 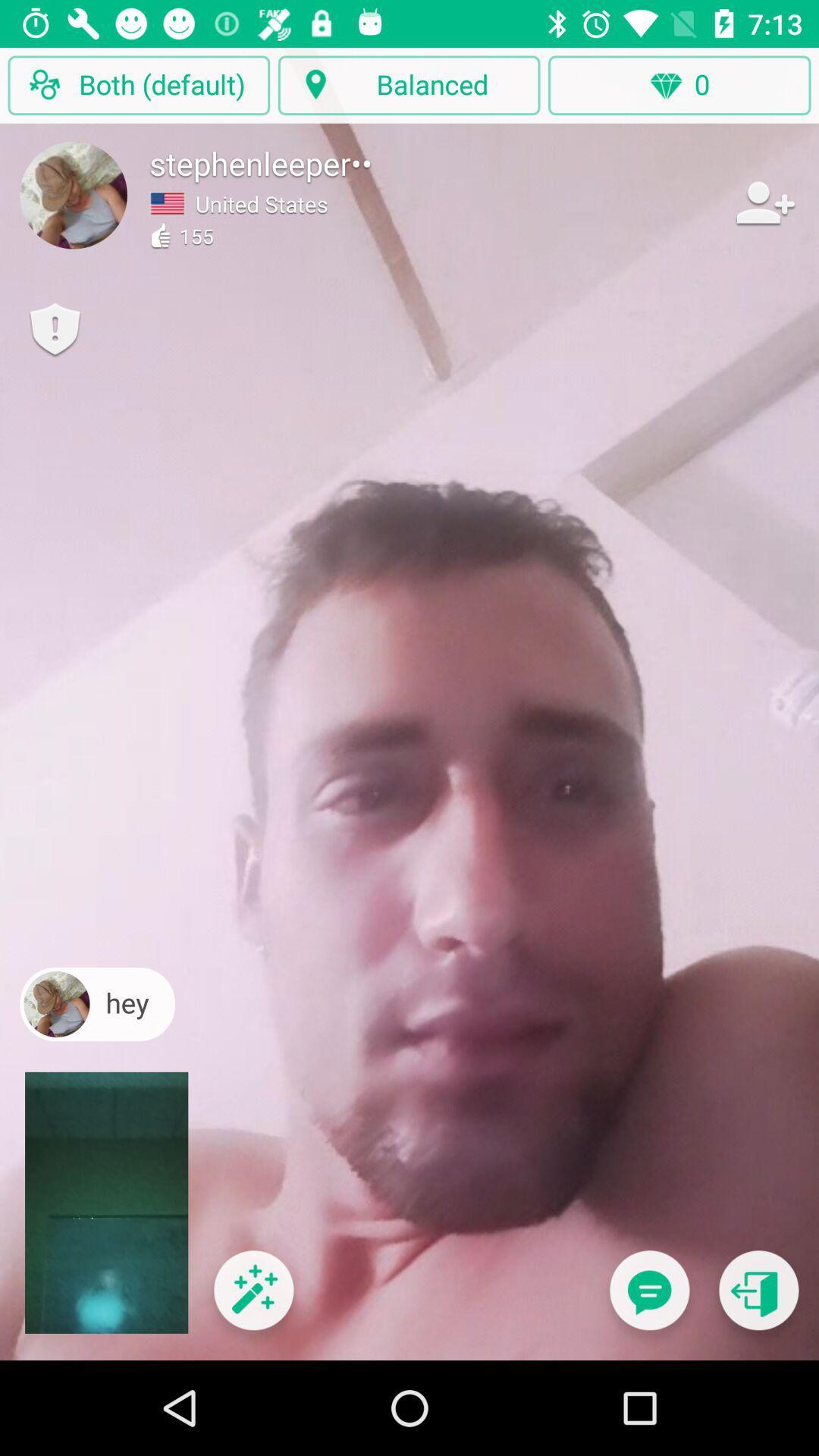 What do you see at coordinates (764, 202) in the screenshot?
I see `the follow icon` at bounding box center [764, 202].